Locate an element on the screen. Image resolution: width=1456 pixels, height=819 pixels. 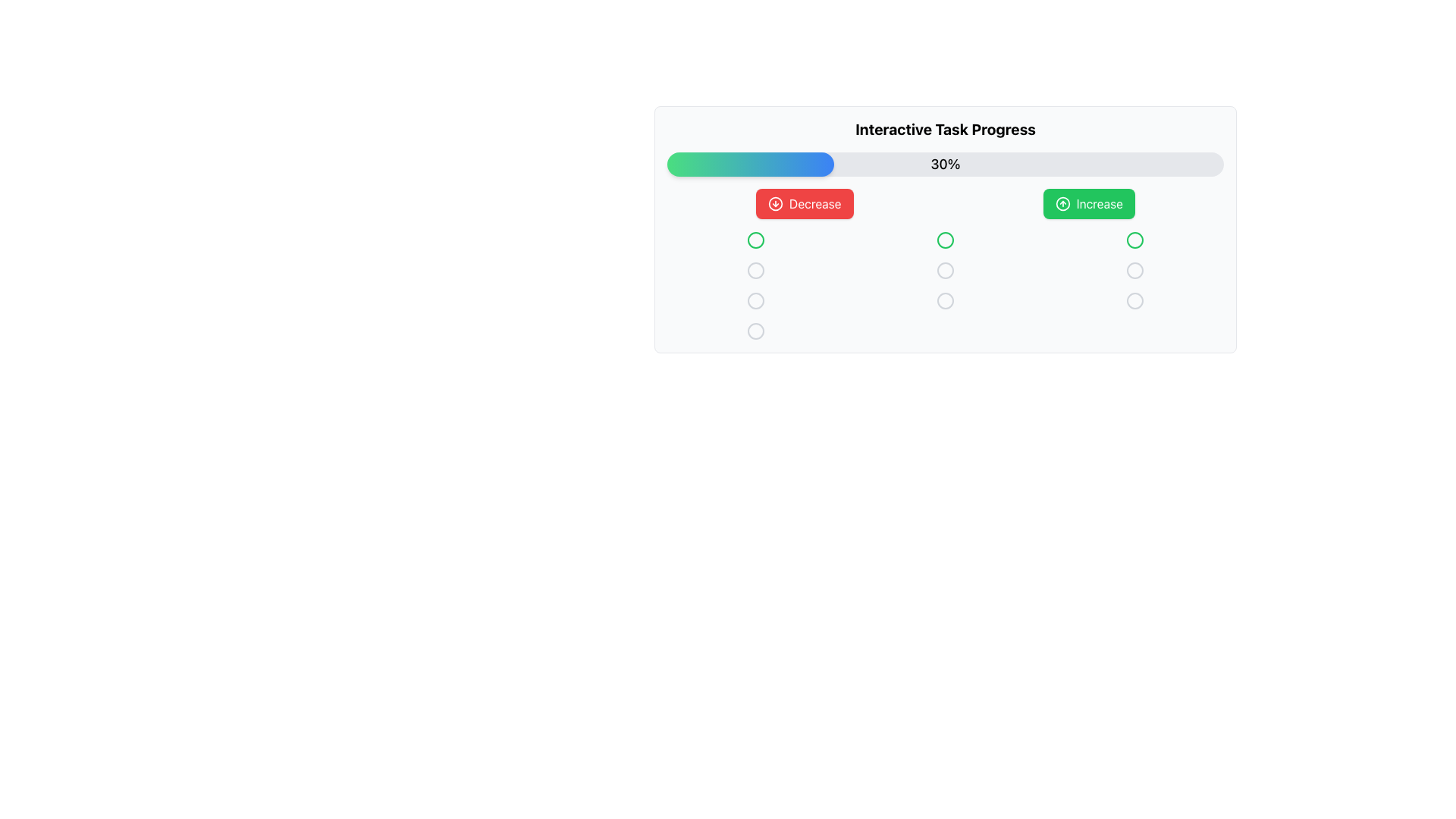
the circular SVG element located in the bottom right quadrant of the interface is located at coordinates (1135, 239).